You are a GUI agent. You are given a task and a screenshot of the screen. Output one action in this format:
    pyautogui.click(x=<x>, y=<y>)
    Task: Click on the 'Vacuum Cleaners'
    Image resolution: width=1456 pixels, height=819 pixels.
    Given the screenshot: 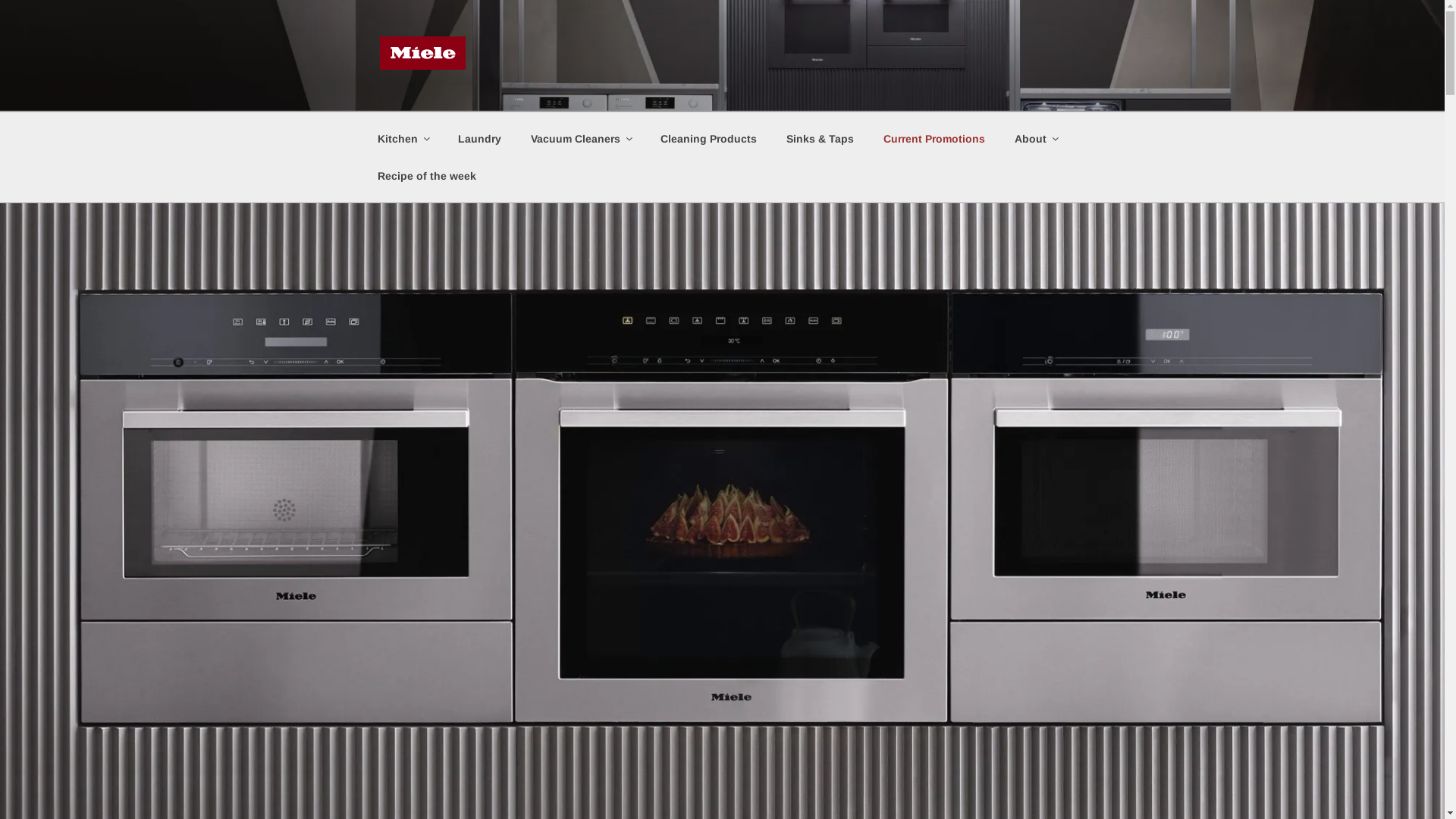 What is the action you would take?
    pyautogui.click(x=516, y=138)
    